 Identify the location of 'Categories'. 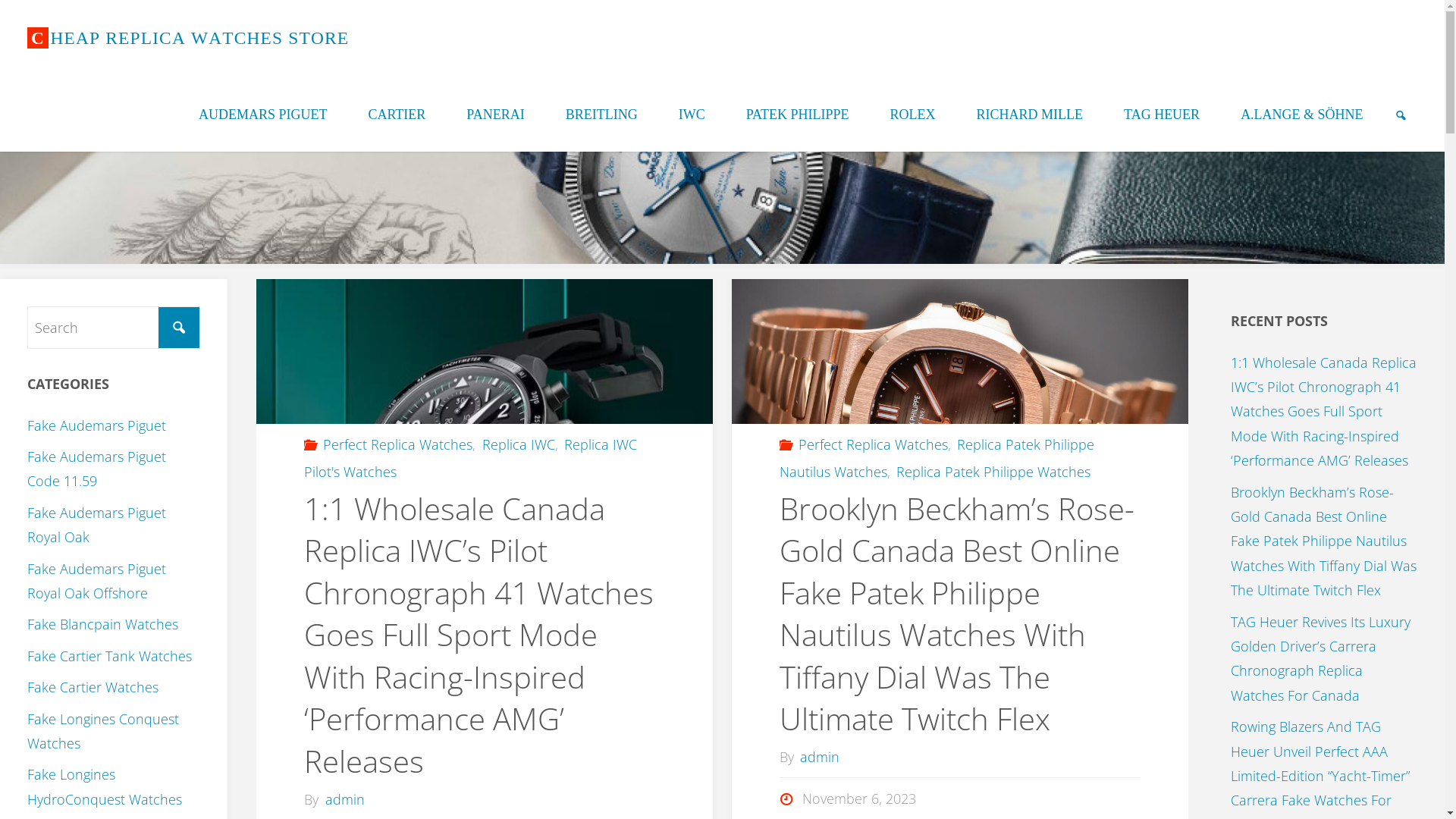
(312, 444).